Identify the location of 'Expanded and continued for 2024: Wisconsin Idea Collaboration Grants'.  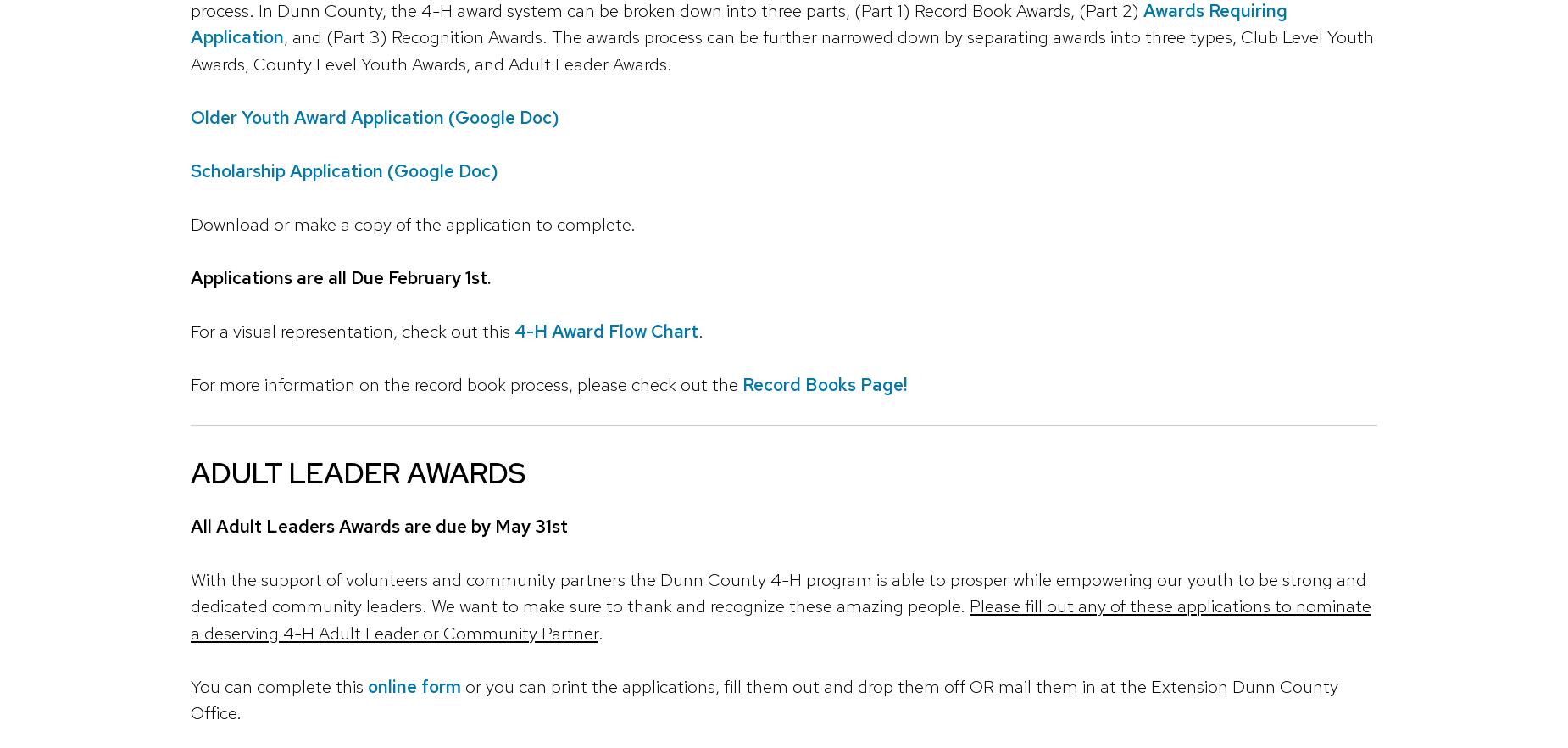
(1357, 252).